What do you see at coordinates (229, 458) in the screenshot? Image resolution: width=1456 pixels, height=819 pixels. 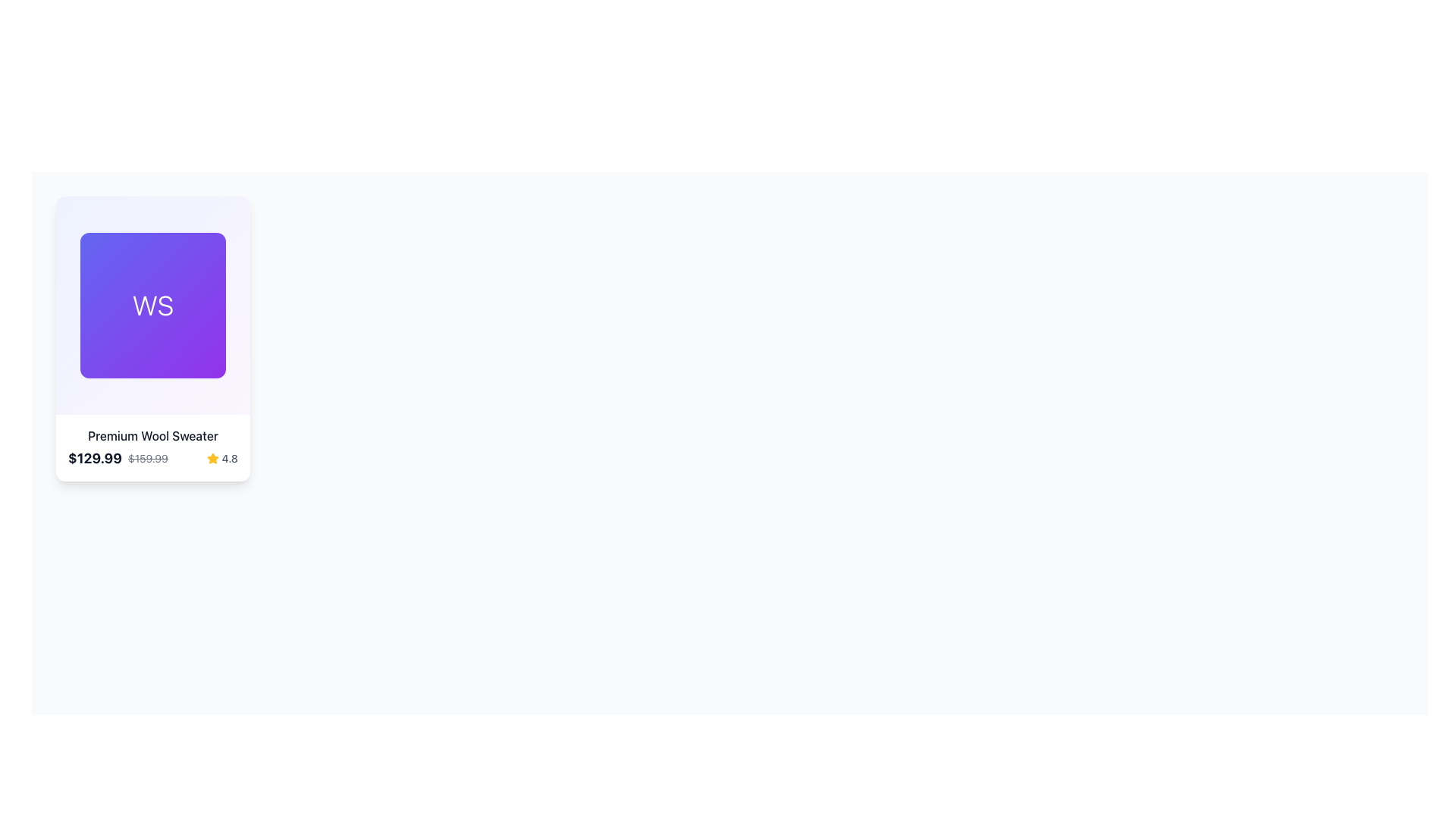 I see `the numerical text label '4.8' which is styled in gray and located at the bottom right corner of a card interface, adjacent to a golden star icon` at bounding box center [229, 458].